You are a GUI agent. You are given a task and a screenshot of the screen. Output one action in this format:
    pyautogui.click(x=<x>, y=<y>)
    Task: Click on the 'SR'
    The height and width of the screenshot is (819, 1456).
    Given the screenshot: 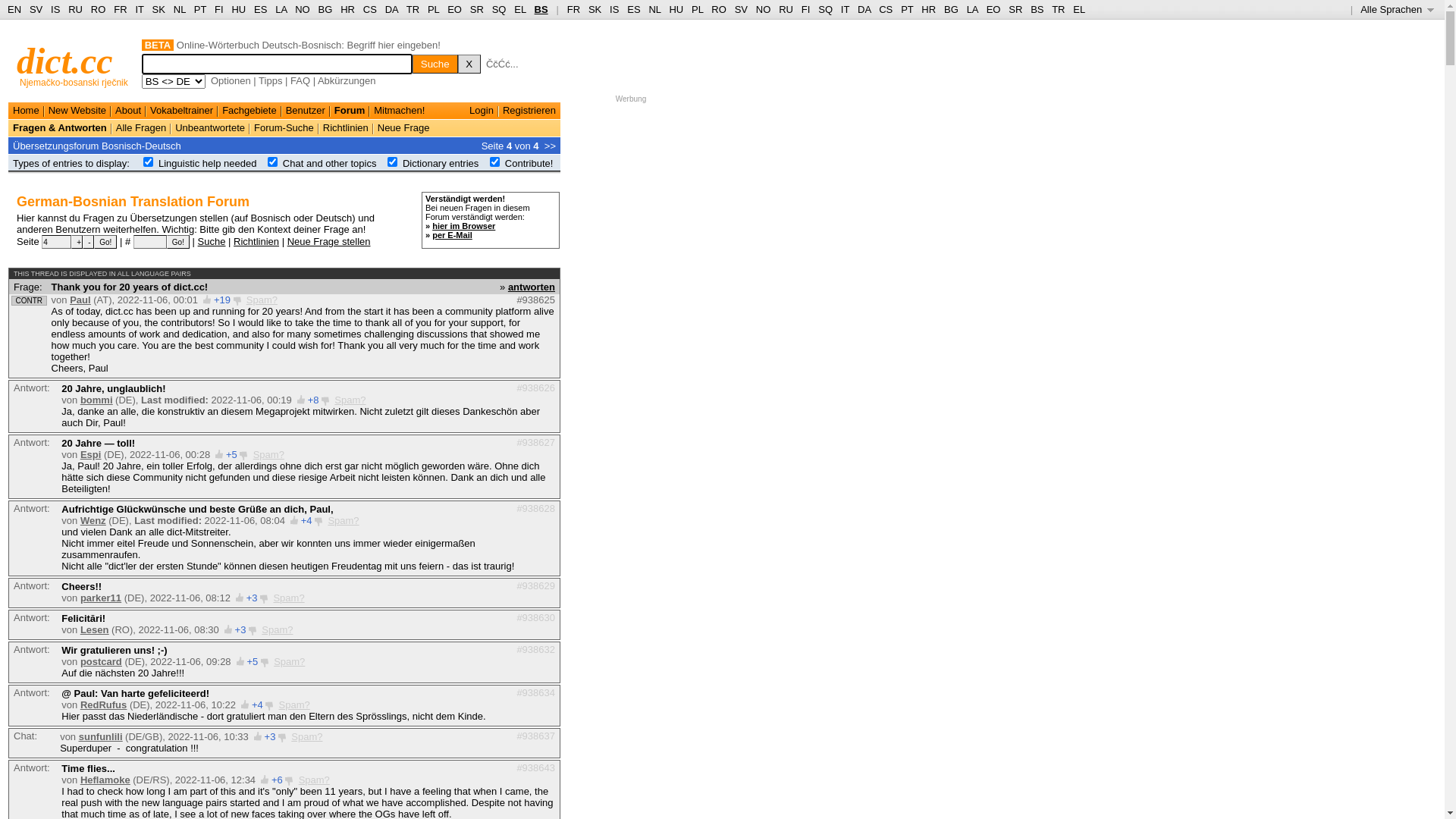 What is the action you would take?
    pyautogui.click(x=475, y=9)
    